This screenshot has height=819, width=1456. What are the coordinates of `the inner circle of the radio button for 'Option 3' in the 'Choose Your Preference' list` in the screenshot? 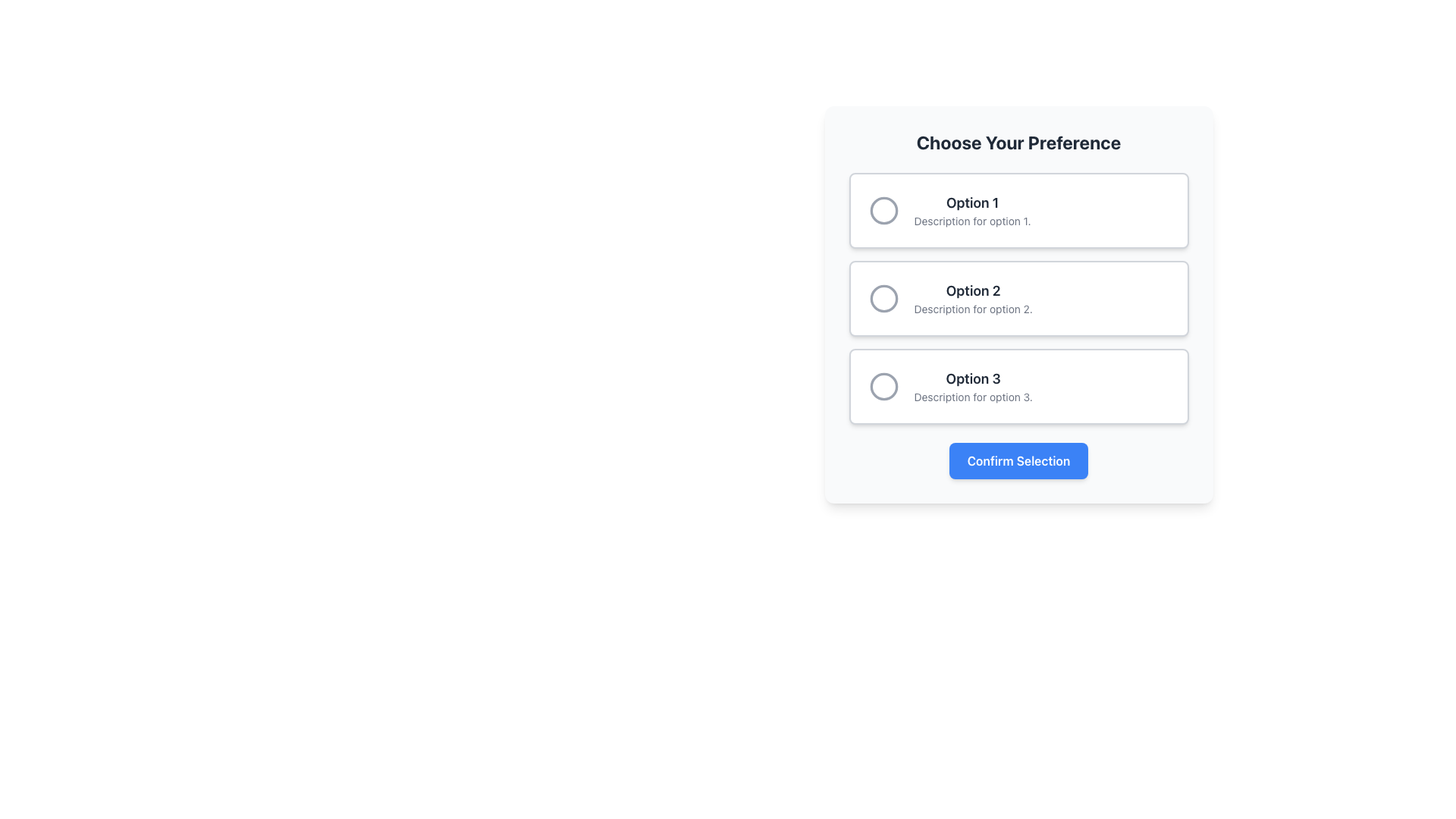 It's located at (883, 385).